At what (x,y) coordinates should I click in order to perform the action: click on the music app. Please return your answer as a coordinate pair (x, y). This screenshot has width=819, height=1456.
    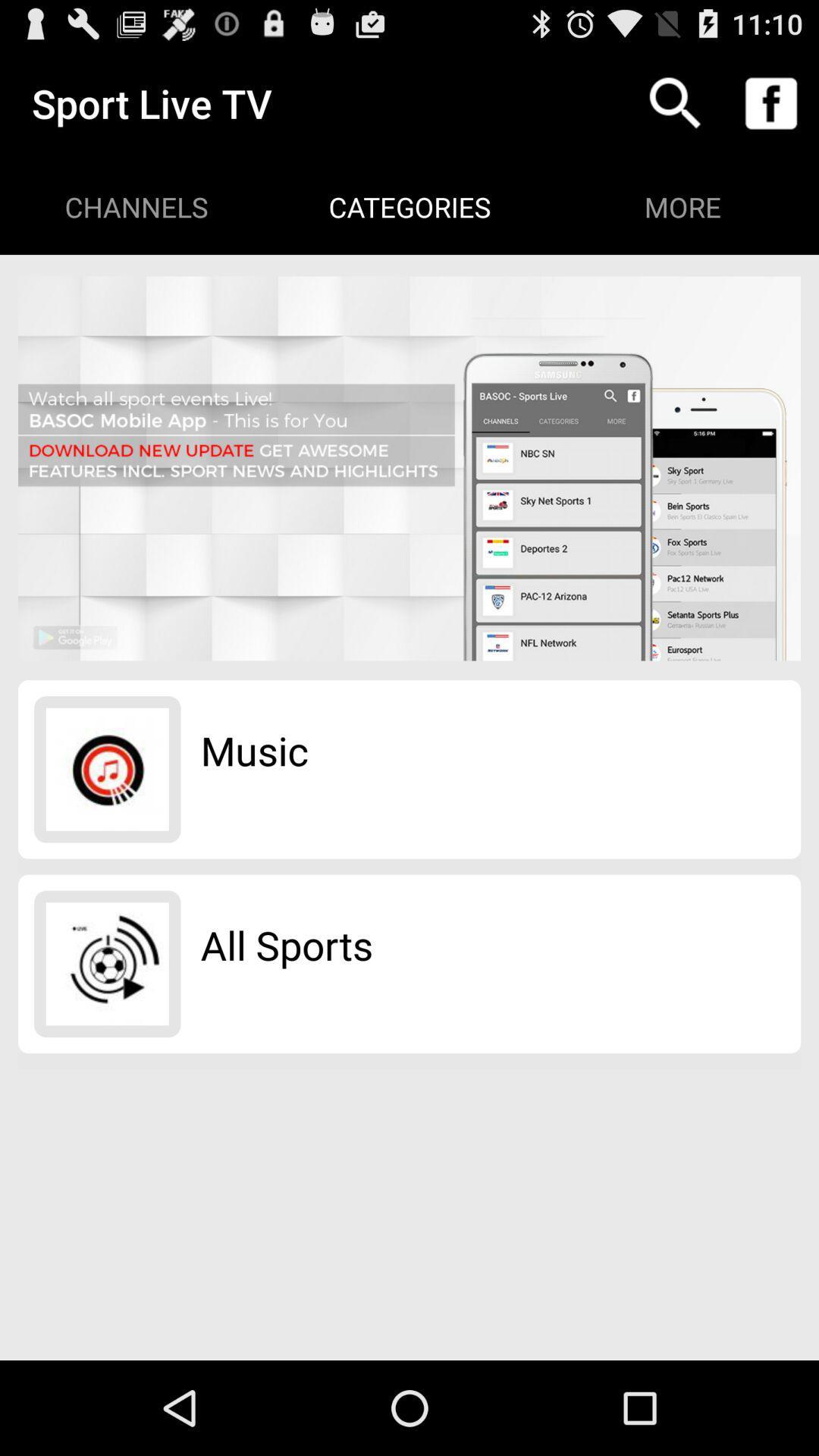
    Looking at the image, I should click on (253, 750).